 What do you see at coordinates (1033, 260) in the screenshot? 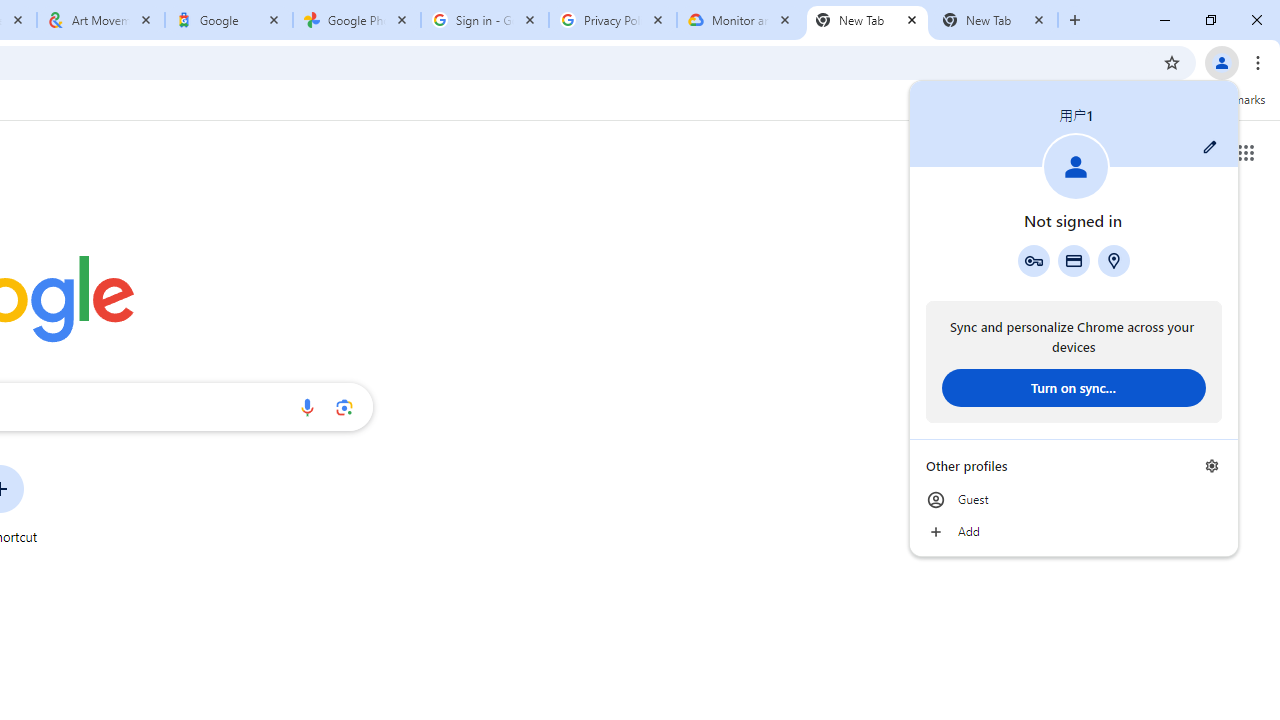
I see `'Google Password Manager'` at bounding box center [1033, 260].